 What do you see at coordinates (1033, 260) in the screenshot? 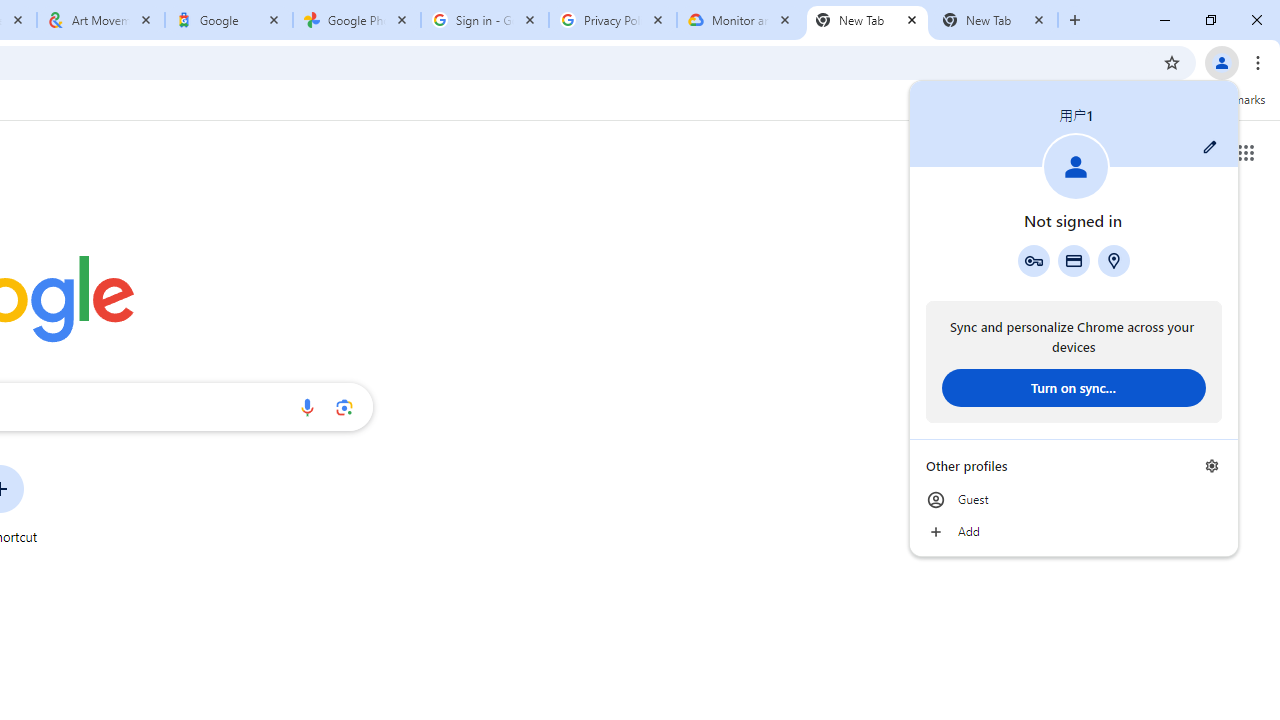
I see `'Google Password Manager'` at bounding box center [1033, 260].